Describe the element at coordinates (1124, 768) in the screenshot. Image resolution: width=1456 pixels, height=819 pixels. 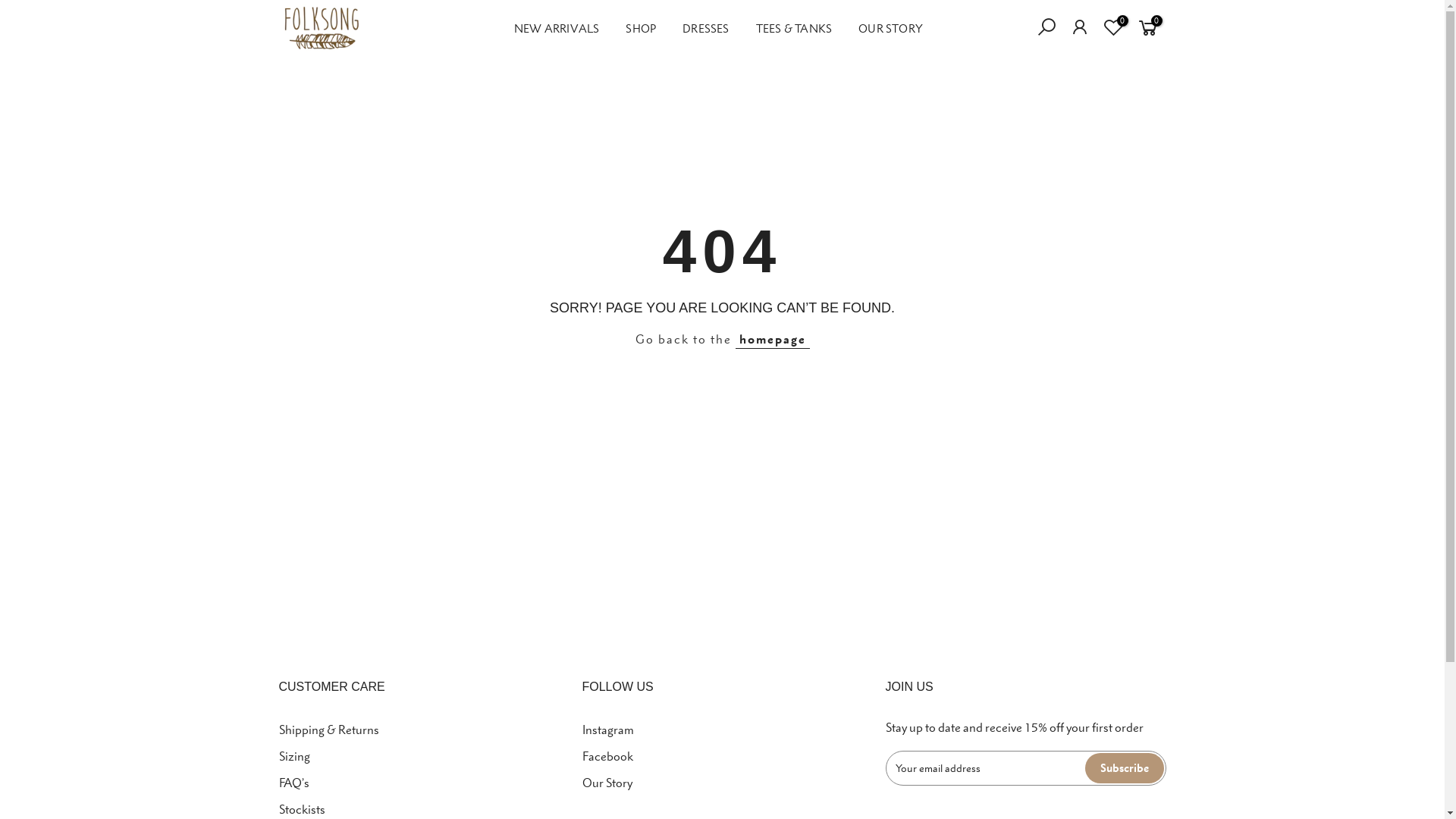
I see `'Subscribe'` at that location.